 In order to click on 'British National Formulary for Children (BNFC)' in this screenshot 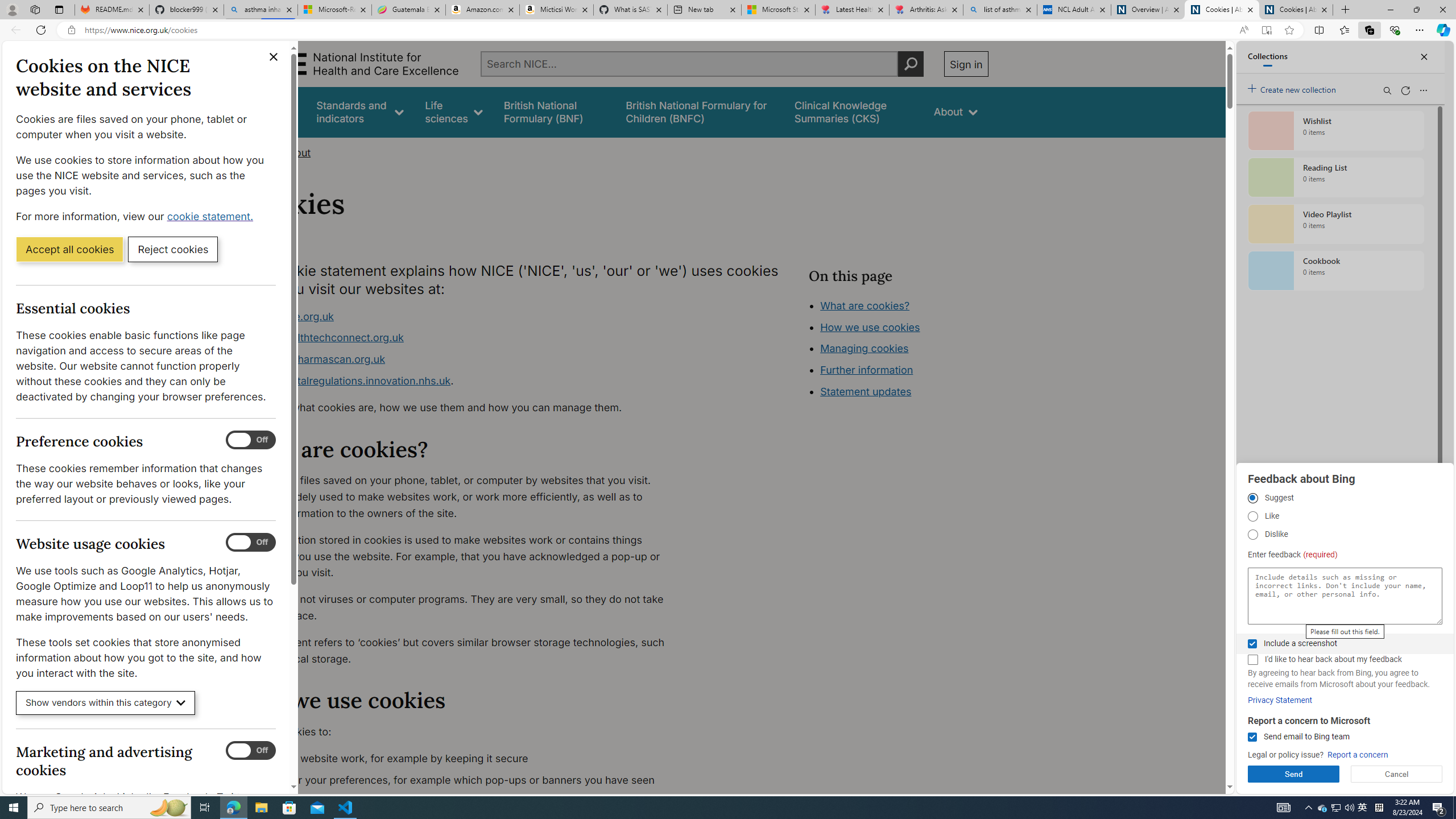, I will do `click(700, 111)`.